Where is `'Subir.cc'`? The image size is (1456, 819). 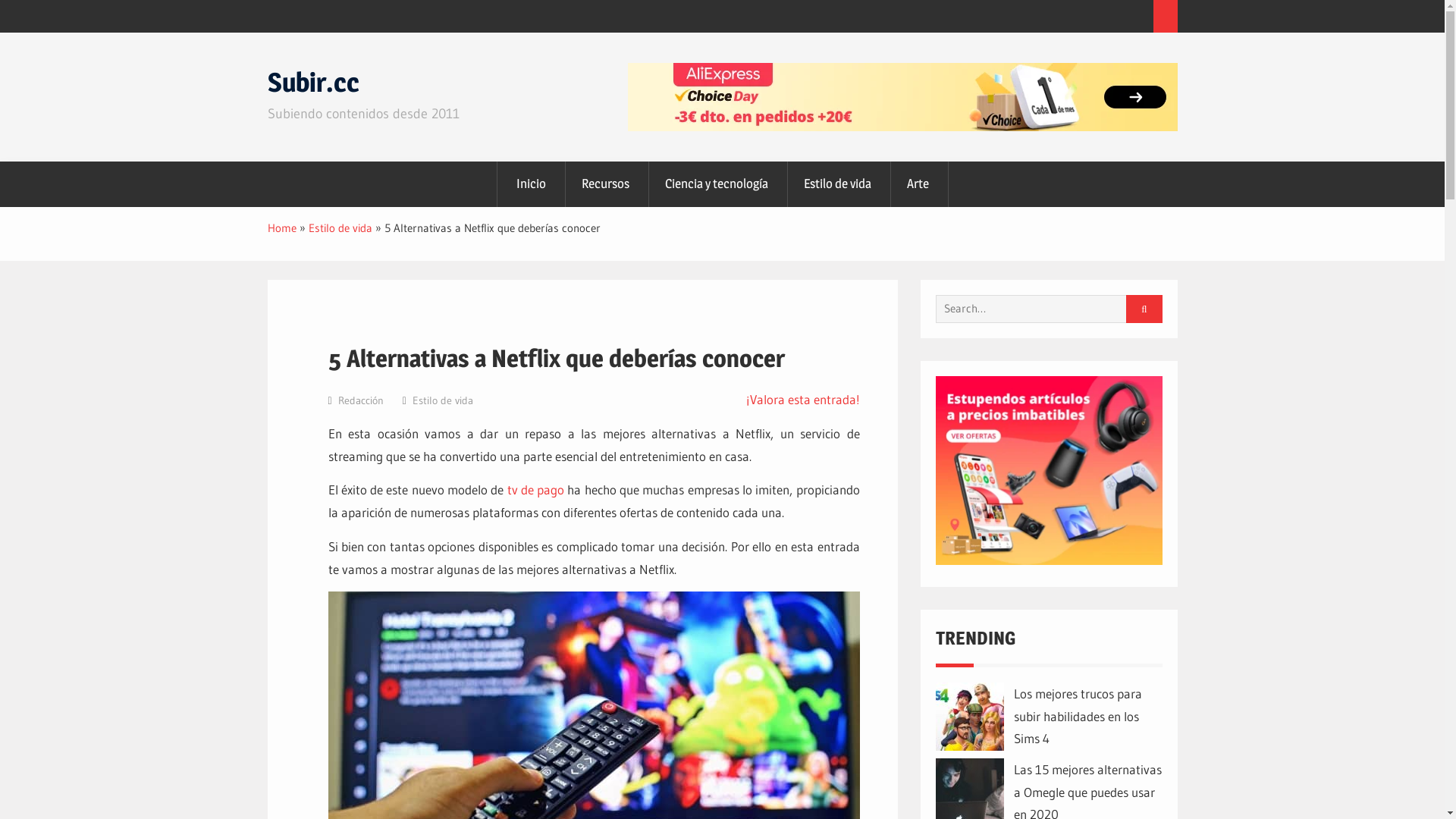
'Subir.cc' is located at coordinates (312, 82).